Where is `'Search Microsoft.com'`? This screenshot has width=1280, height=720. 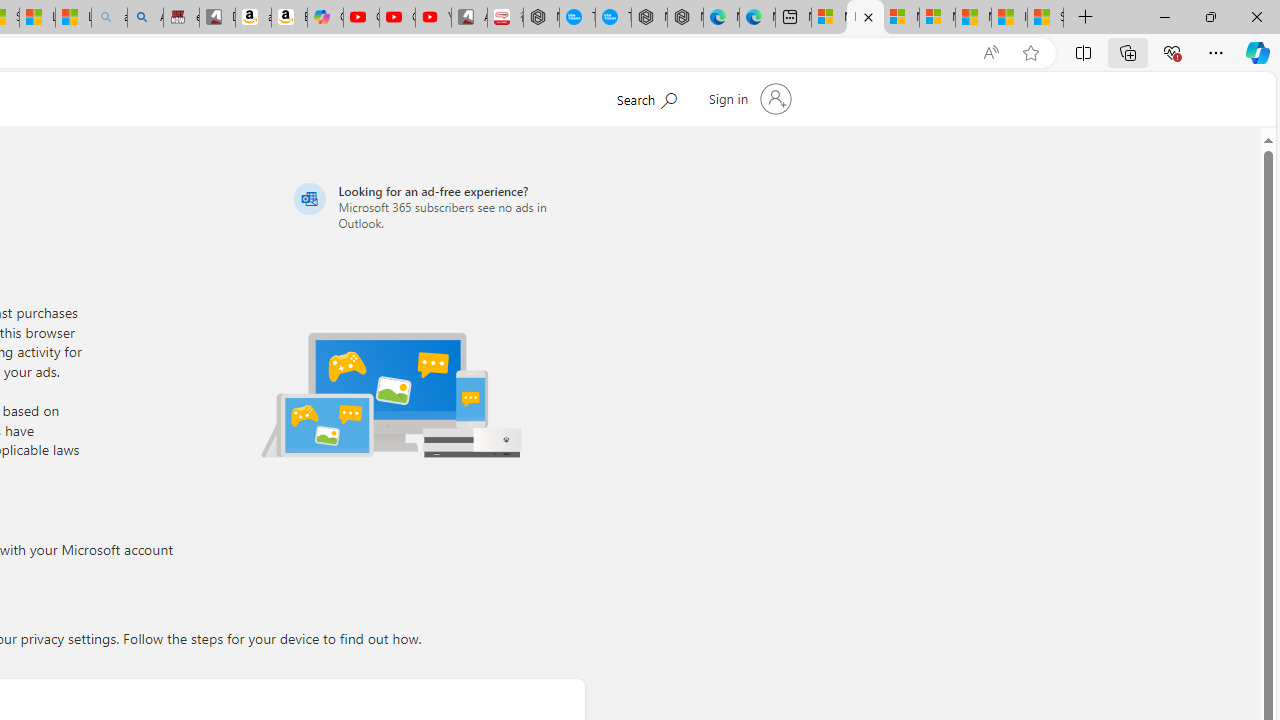
'Search Microsoft.com' is located at coordinates (646, 97).